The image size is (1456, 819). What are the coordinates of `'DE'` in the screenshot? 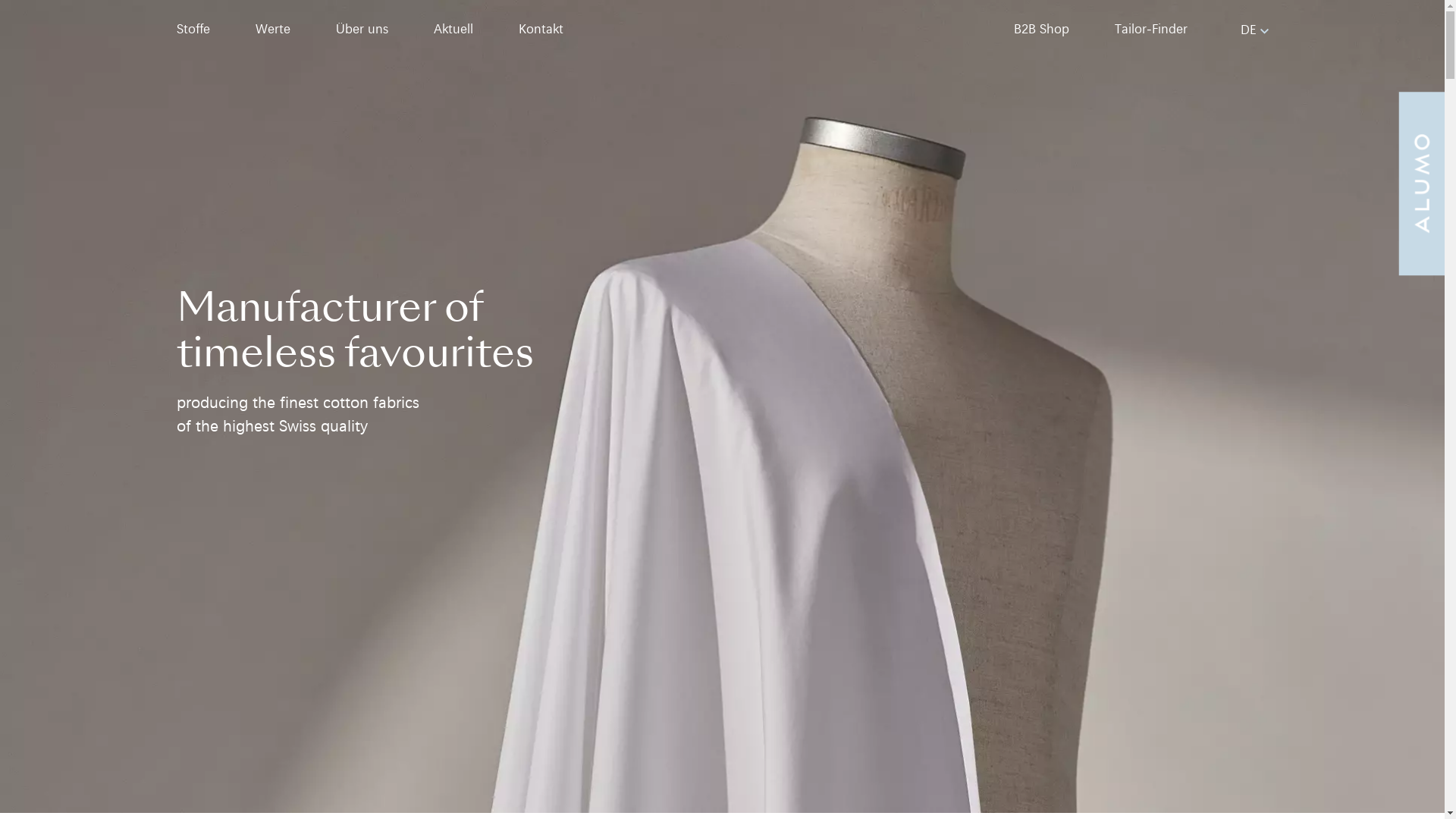 It's located at (1241, 29).